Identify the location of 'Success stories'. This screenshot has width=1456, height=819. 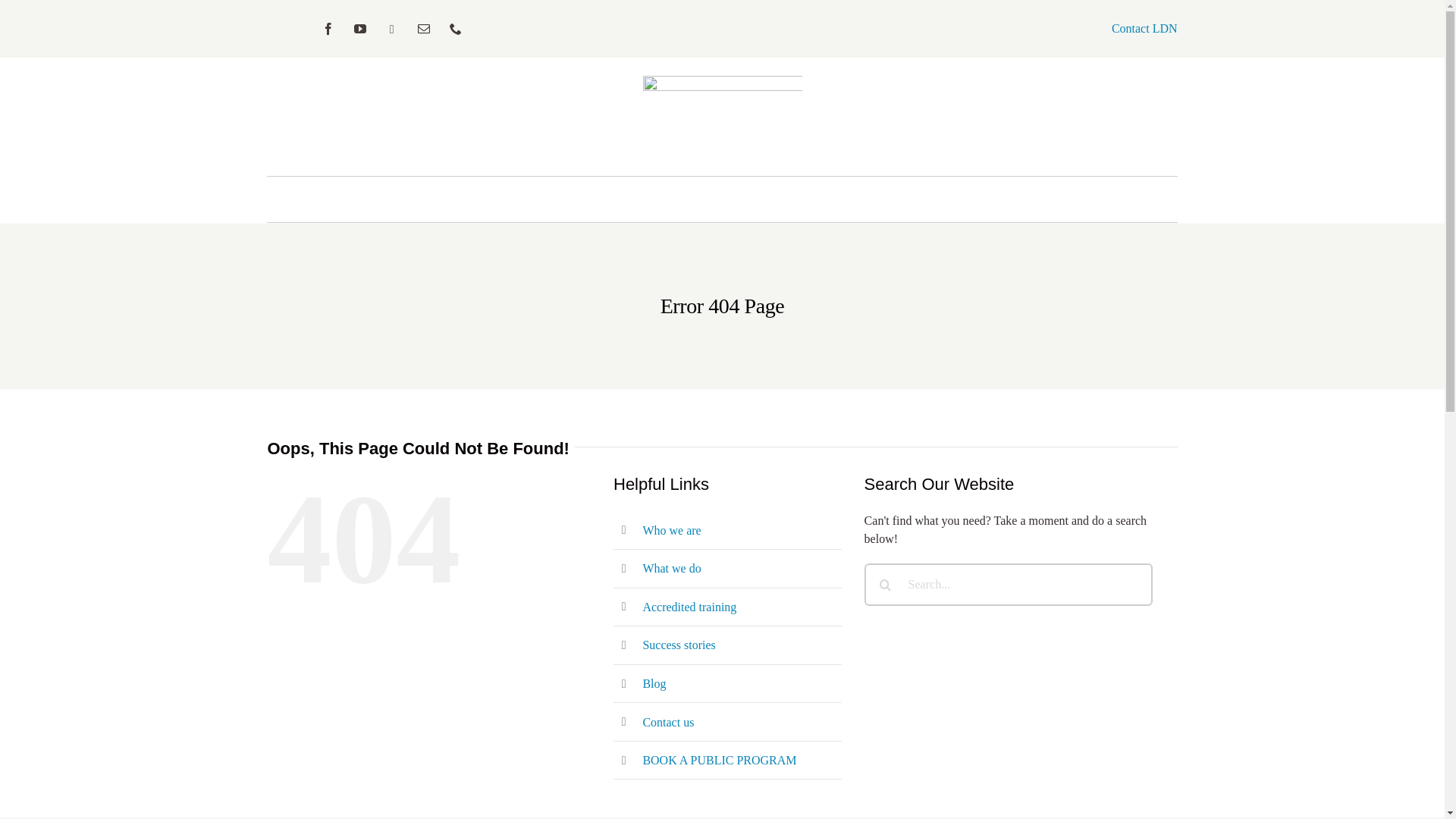
(677, 645).